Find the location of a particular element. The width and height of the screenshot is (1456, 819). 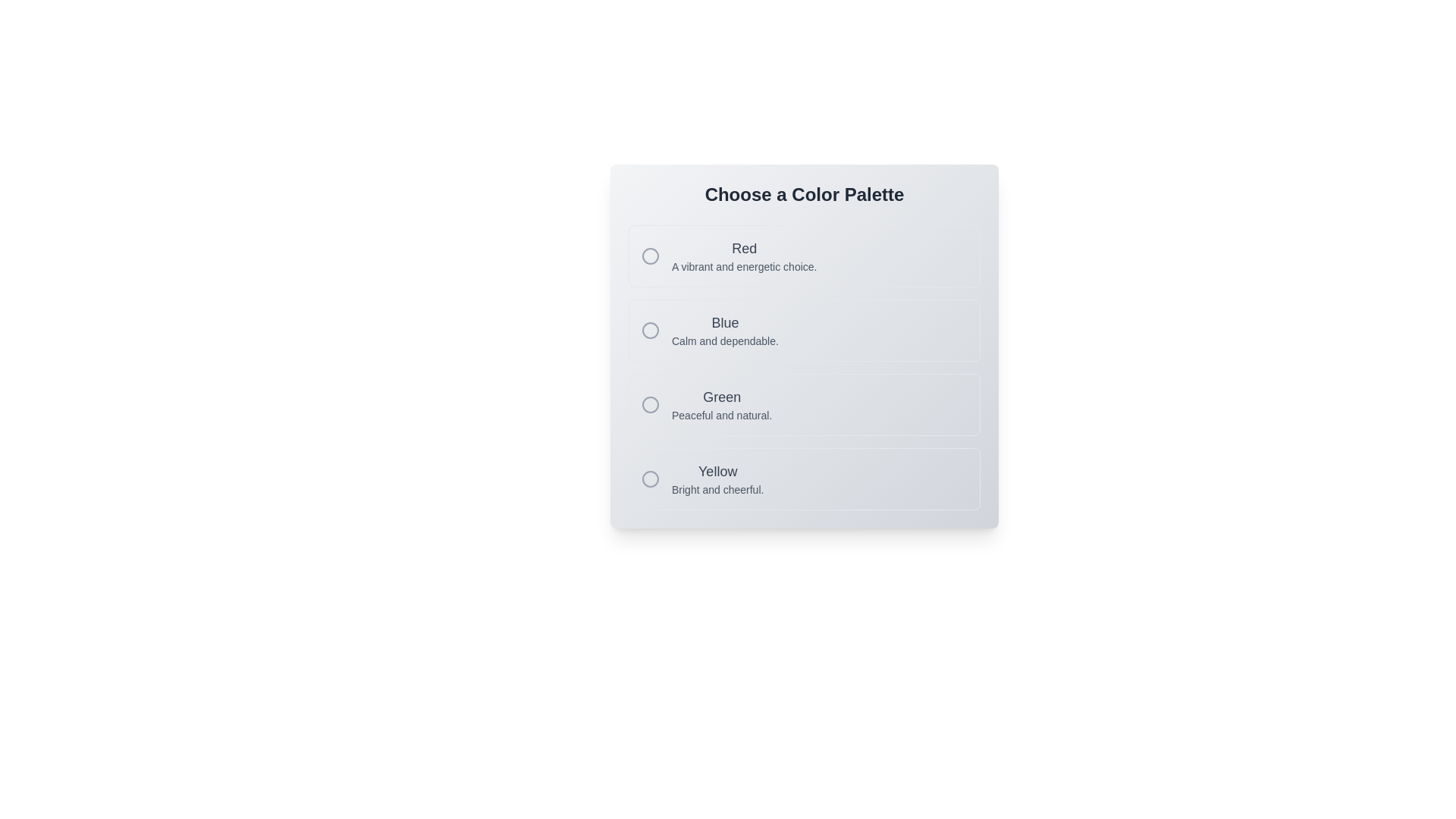

the text label displaying 'Blue', which is part of a selectable list of color options, positioned centrally below 'Red' and above 'Green' is located at coordinates (724, 322).